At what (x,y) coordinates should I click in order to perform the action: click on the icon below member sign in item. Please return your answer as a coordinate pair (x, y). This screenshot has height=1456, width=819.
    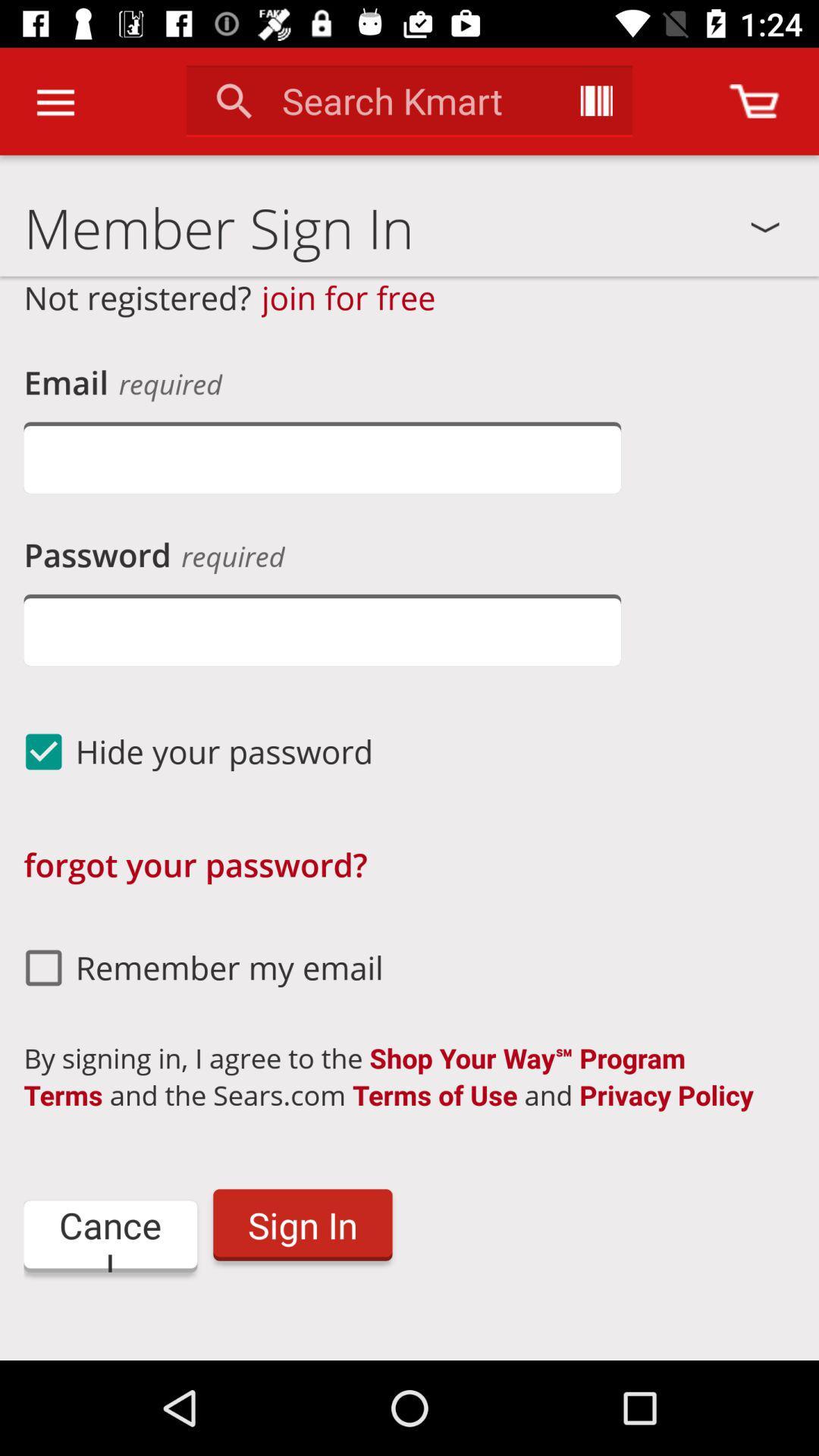
    Looking at the image, I should click on (348, 297).